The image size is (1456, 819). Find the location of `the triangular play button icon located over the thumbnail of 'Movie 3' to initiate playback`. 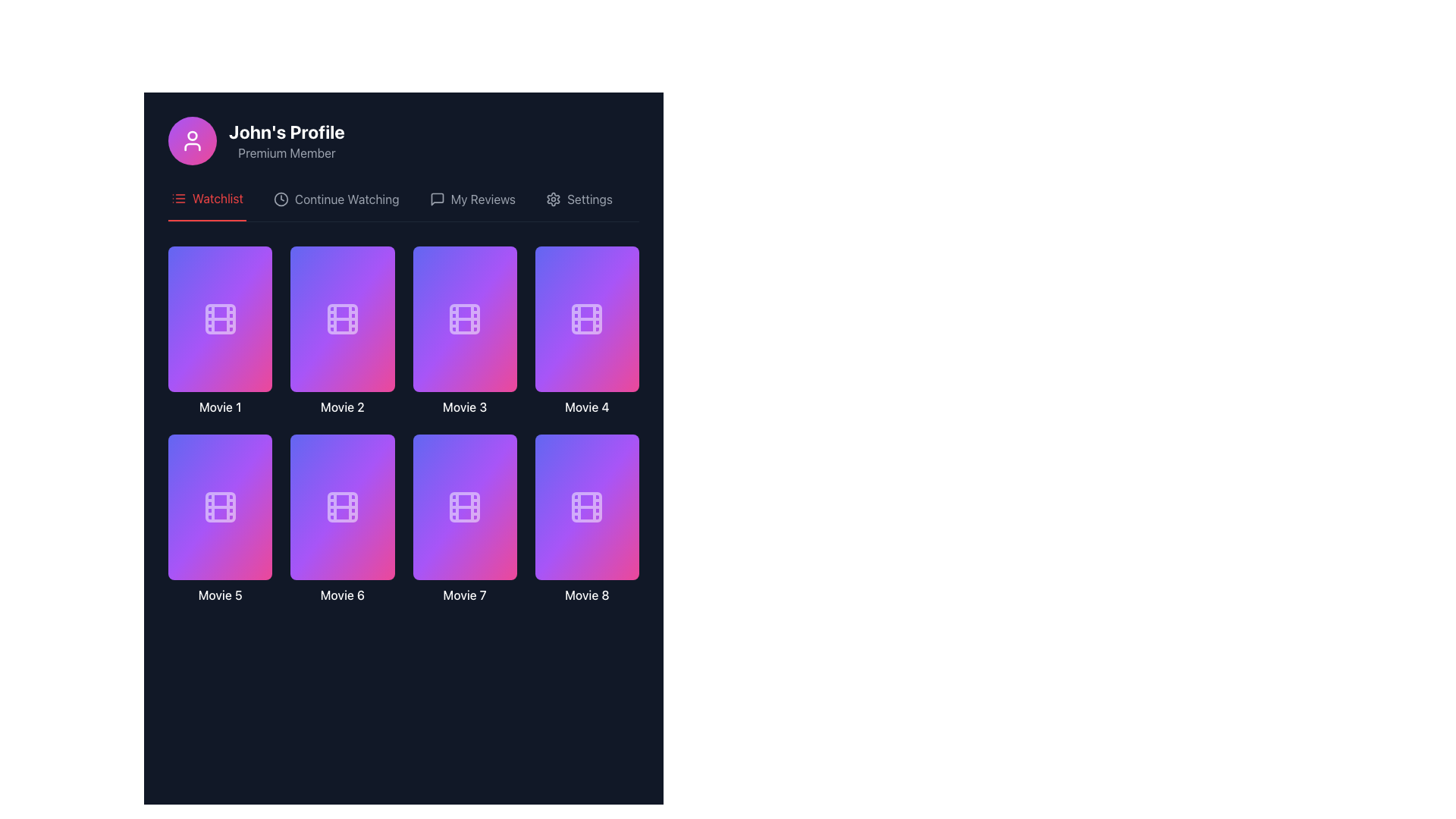

the triangular play button icon located over the thumbnail of 'Movie 3' to initiate playback is located at coordinates (465, 311).